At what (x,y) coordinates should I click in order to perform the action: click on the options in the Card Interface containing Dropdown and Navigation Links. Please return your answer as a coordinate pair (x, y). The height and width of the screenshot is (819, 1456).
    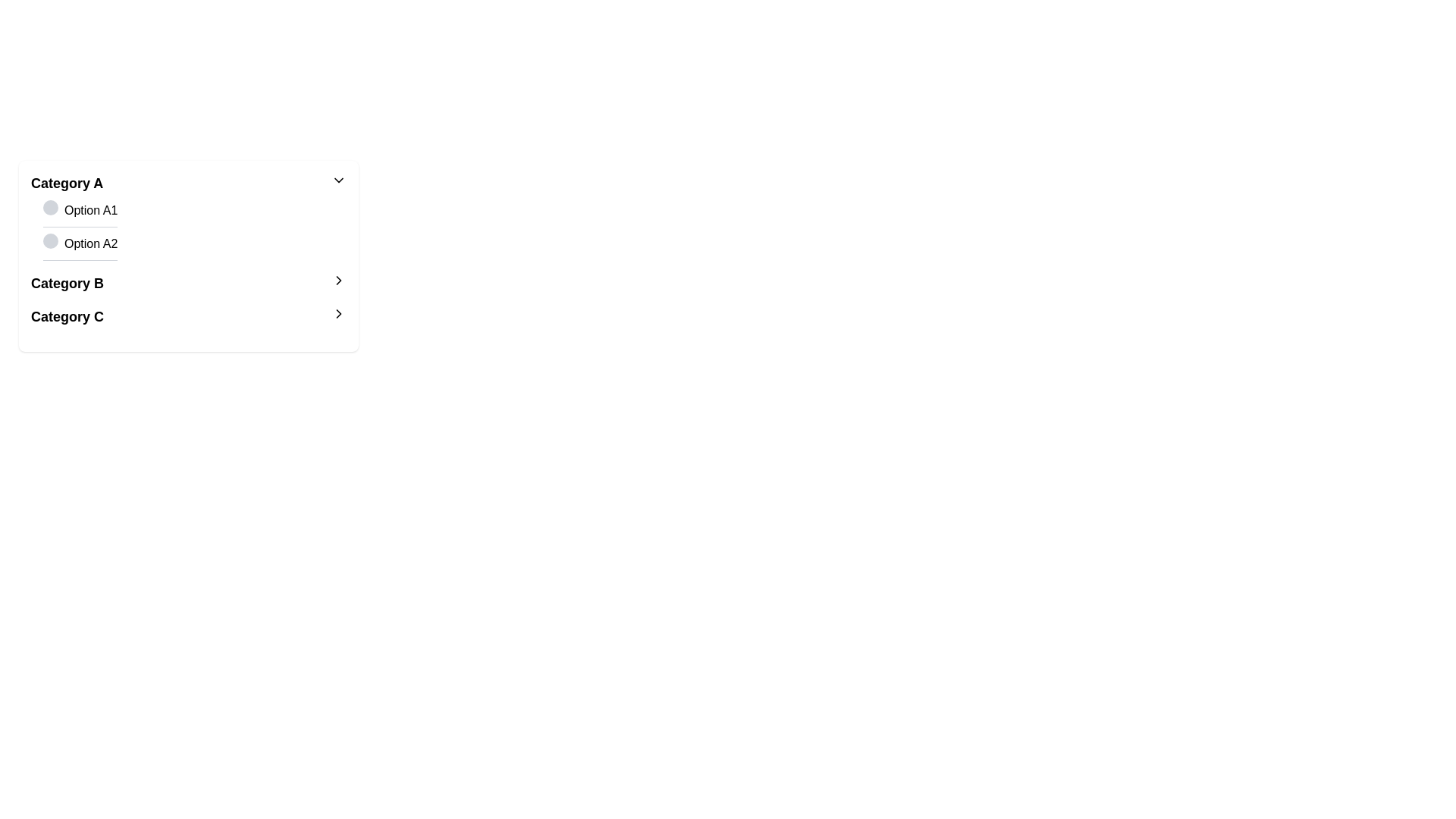
    Looking at the image, I should click on (188, 256).